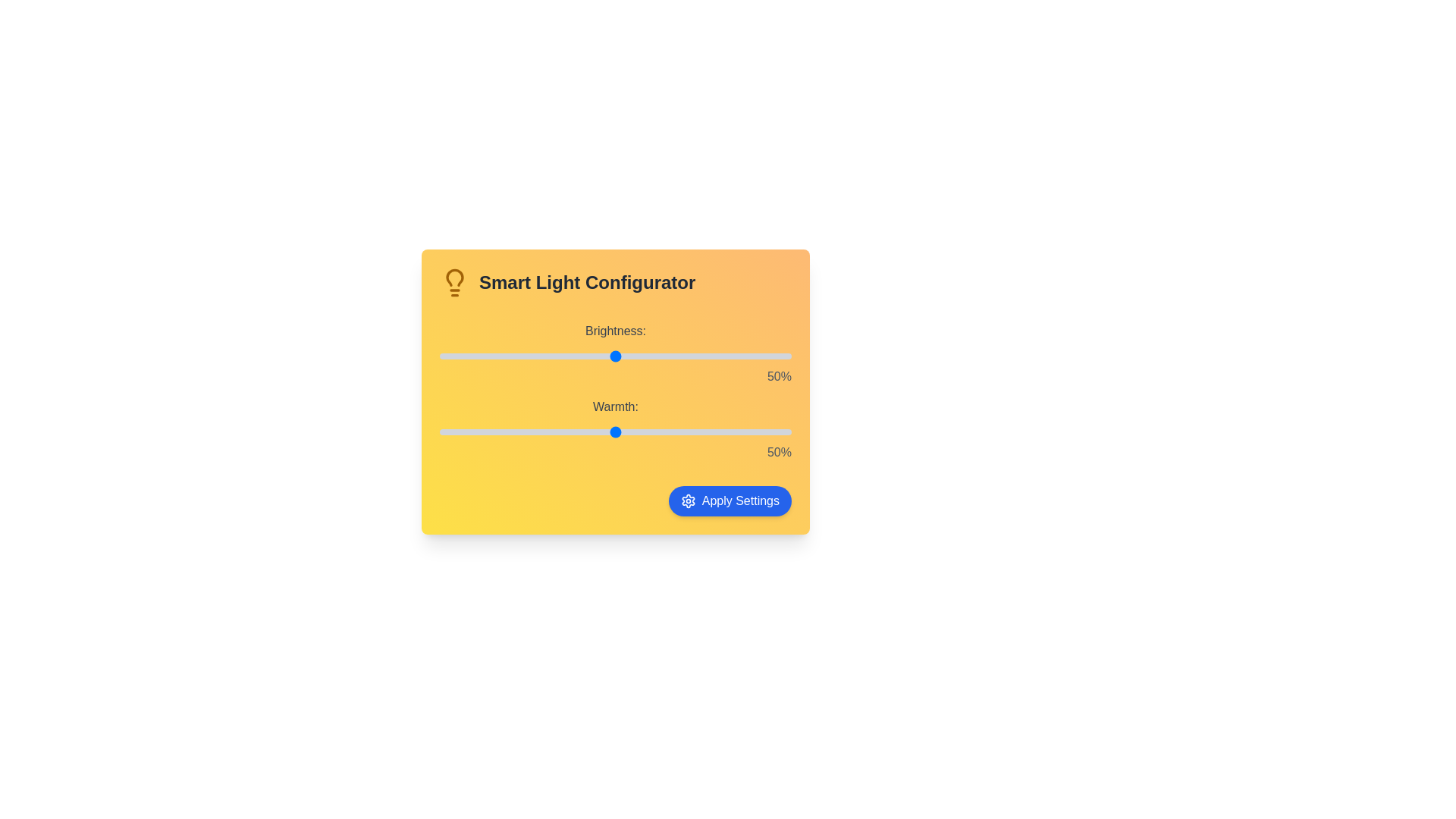 The height and width of the screenshot is (819, 1456). What do you see at coordinates (687, 500) in the screenshot?
I see `the settings icon located inside the 'Apply Settings' button at the bottom-right corner of the interface for additional options` at bounding box center [687, 500].